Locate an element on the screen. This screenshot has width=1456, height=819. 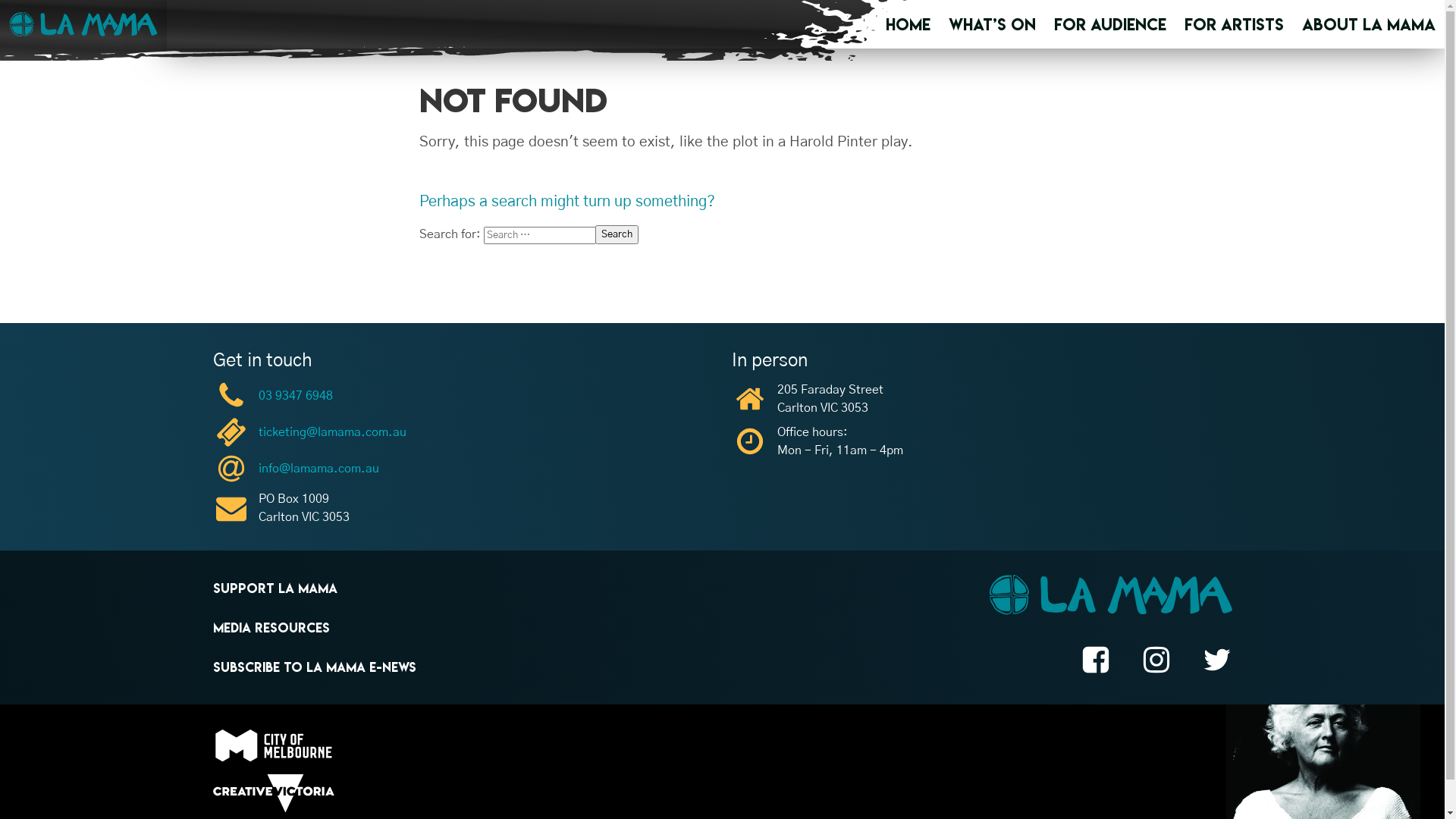
'La Mama logo' is located at coordinates (1110, 596).